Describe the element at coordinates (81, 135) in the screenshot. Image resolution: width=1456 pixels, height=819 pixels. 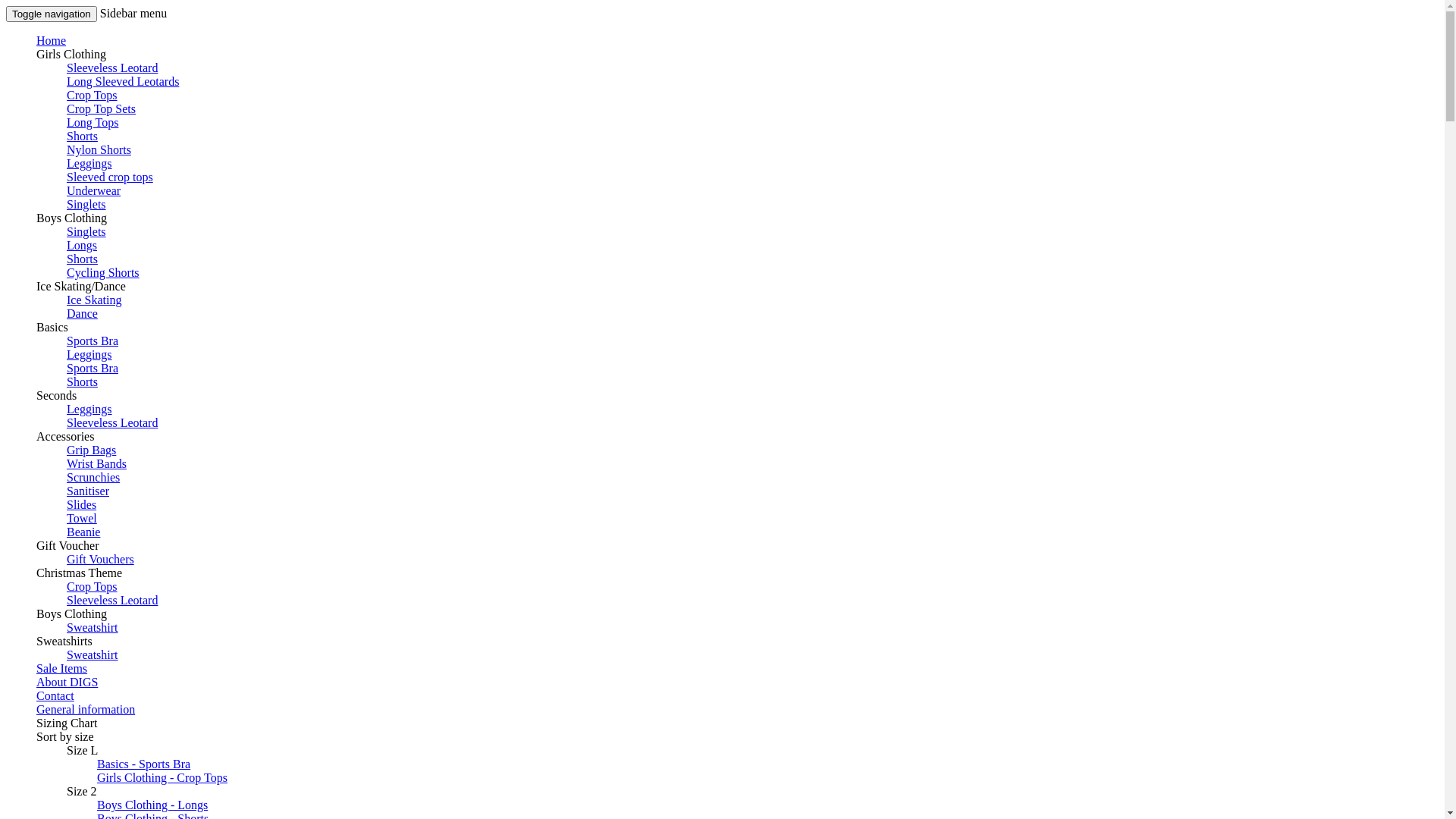
I see `'Shorts'` at that location.